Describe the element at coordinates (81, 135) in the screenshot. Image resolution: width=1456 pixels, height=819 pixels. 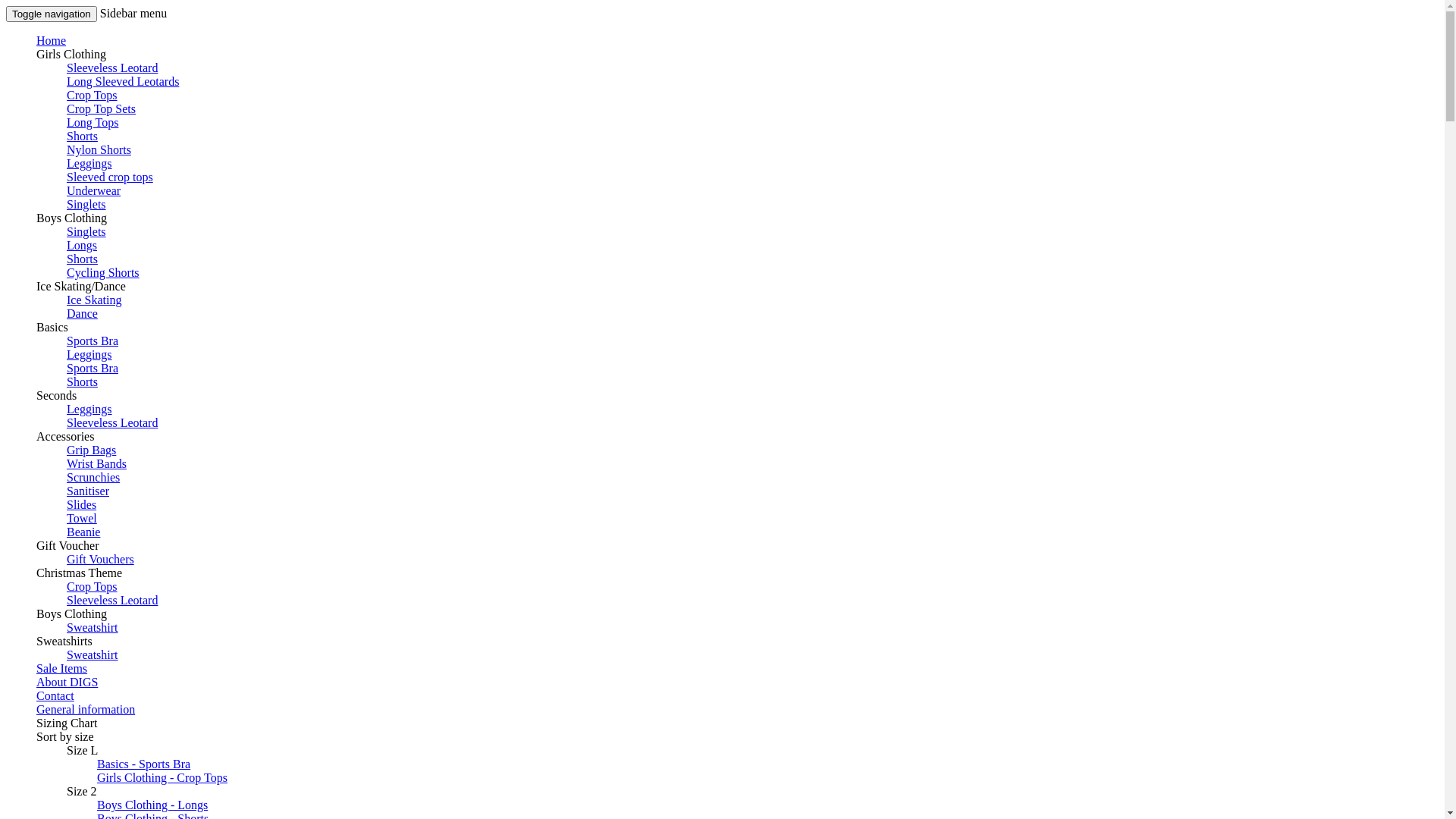
I see `'Shorts'` at that location.